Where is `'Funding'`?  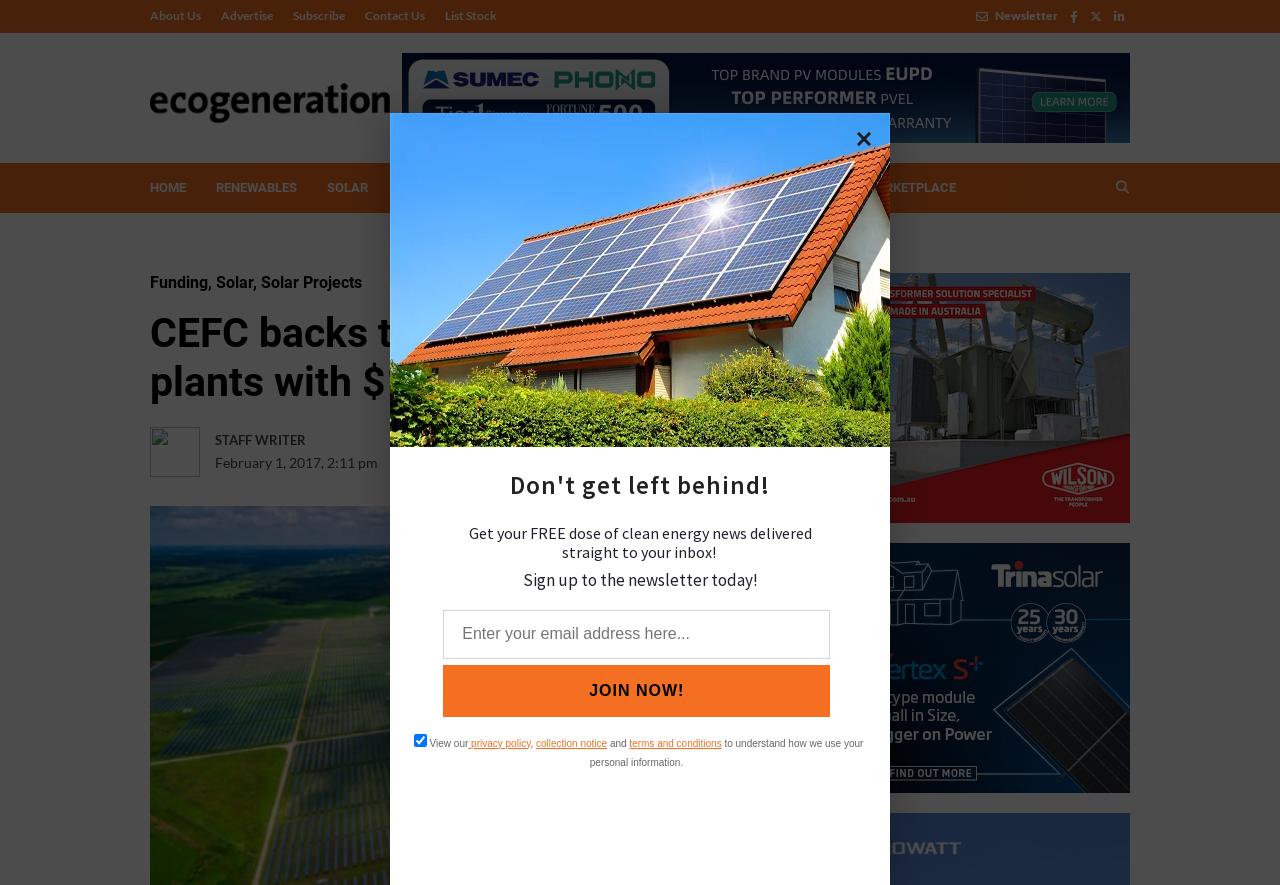 'Funding' is located at coordinates (149, 281).